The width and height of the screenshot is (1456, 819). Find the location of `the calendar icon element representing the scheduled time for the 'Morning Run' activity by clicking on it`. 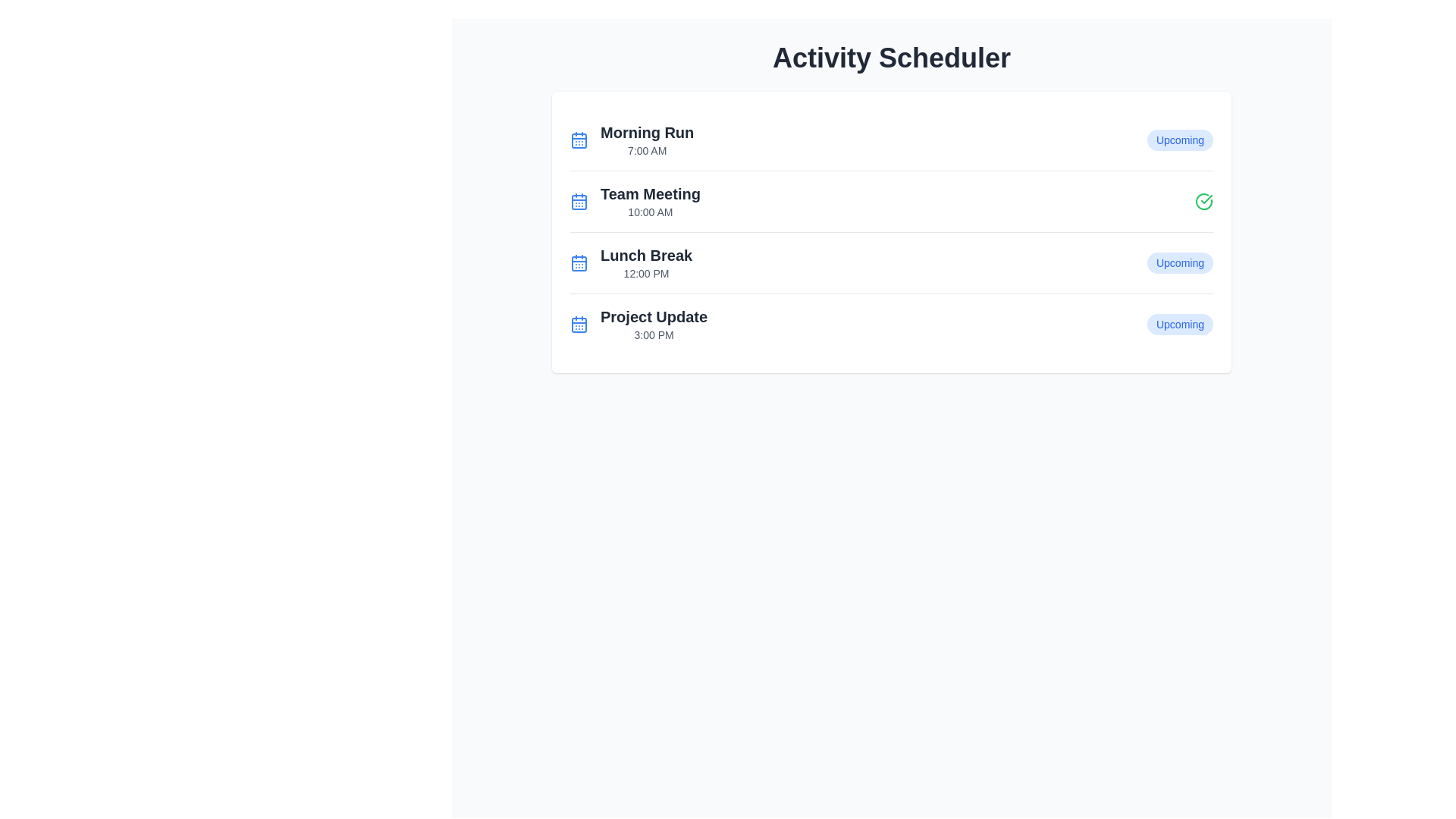

the calendar icon element representing the scheduled time for the 'Morning Run' activity by clicking on it is located at coordinates (578, 140).